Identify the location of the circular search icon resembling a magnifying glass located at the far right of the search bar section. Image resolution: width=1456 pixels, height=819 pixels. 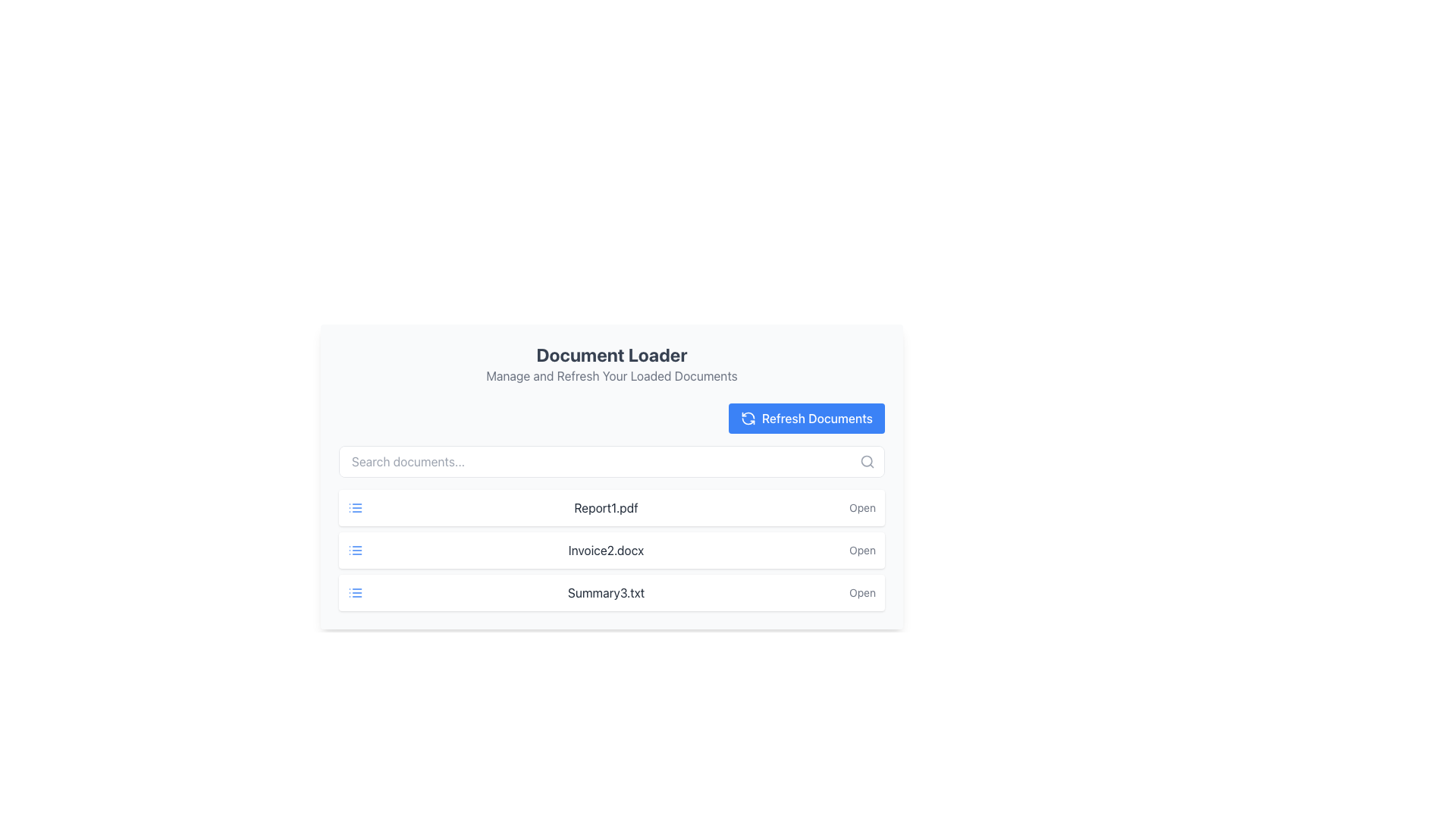
(867, 461).